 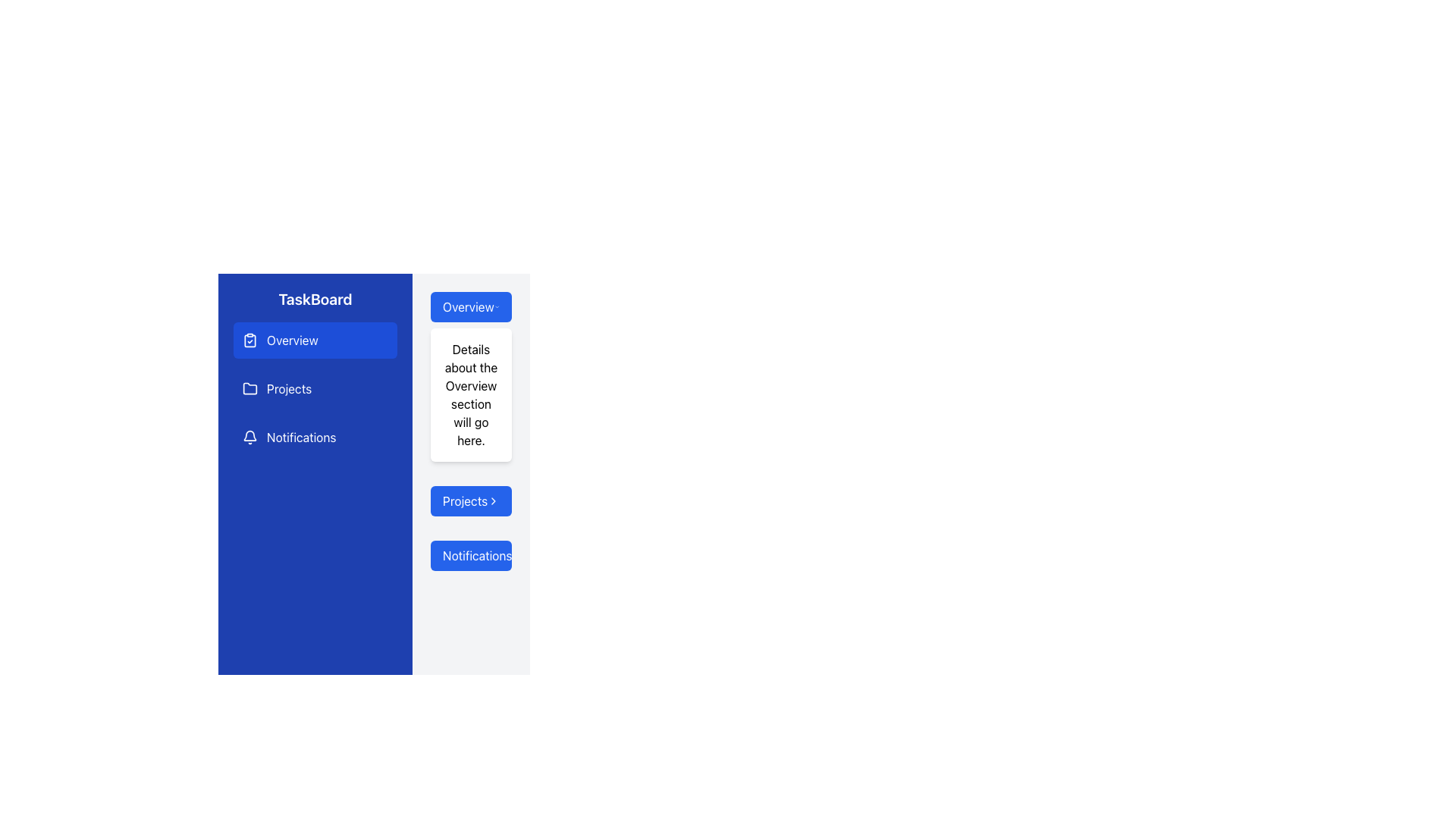 I want to click on the 'Overview' text label in the sidebar menu, so click(x=292, y=339).